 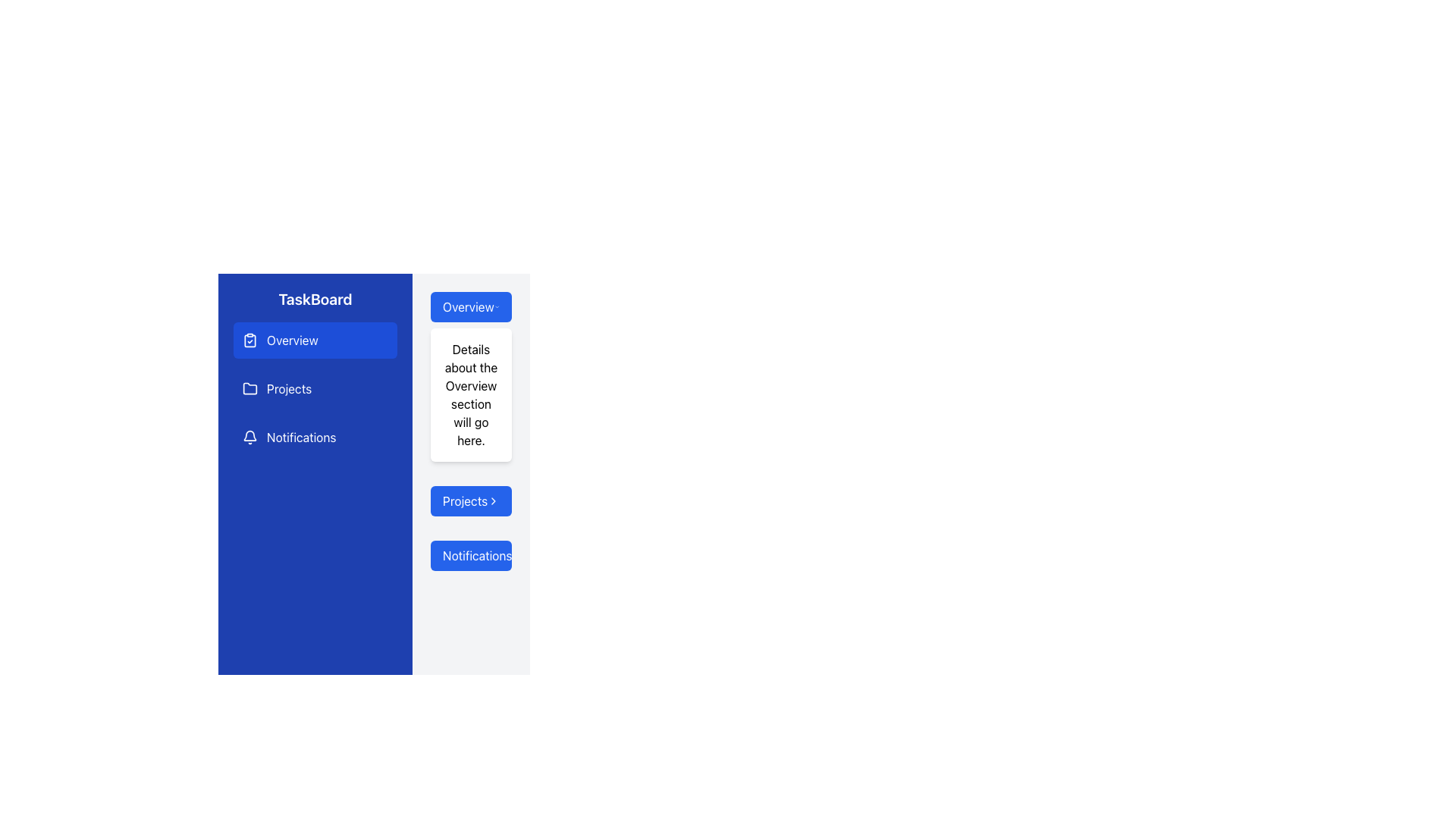 I want to click on the 'Overview' text label in the sidebar menu, so click(x=292, y=339).